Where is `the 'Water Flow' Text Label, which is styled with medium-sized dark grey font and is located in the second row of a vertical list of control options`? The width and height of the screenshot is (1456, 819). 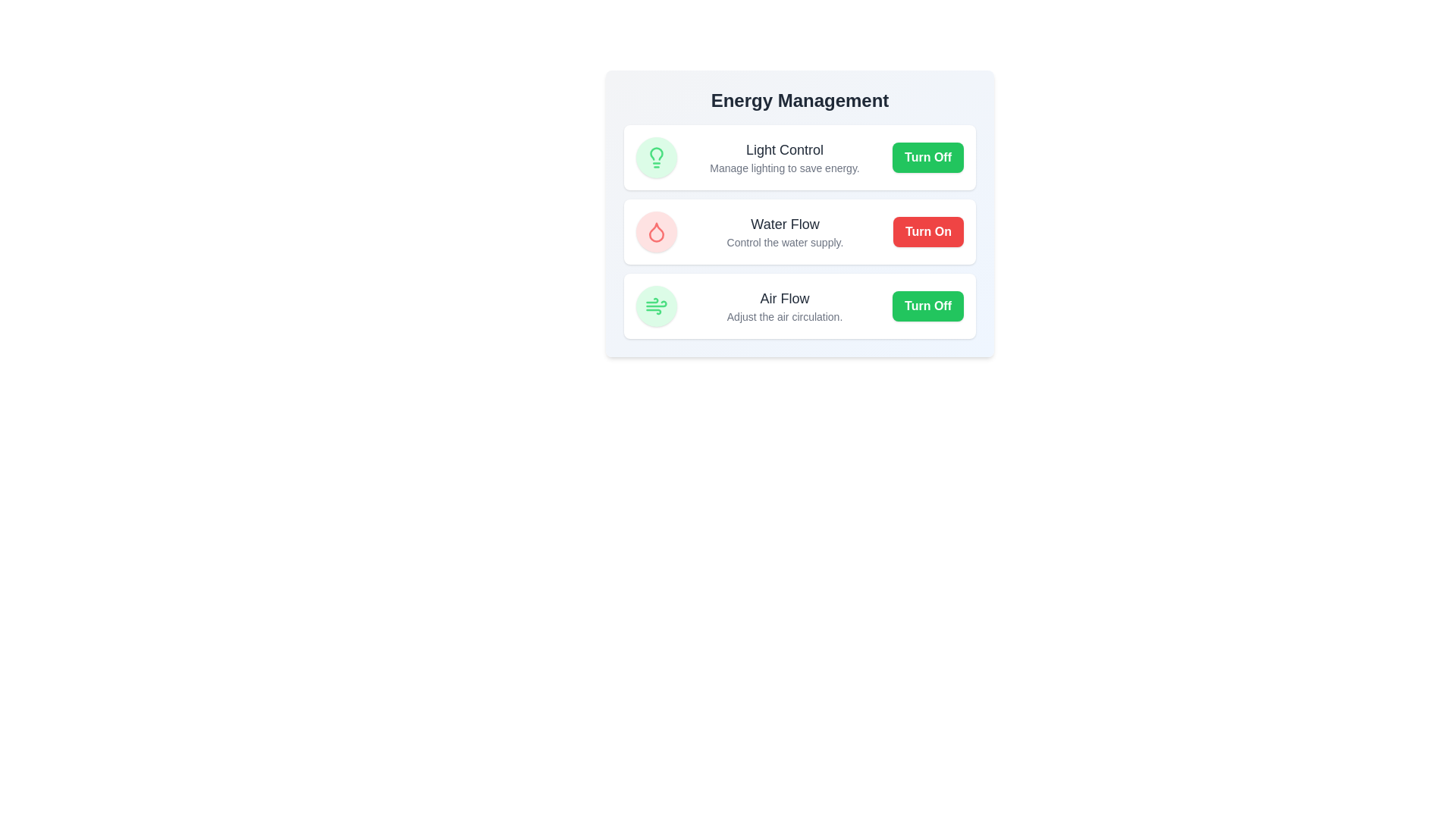
the 'Water Flow' Text Label, which is styled with medium-sized dark grey font and is located in the second row of a vertical list of control options is located at coordinates (785, 224).